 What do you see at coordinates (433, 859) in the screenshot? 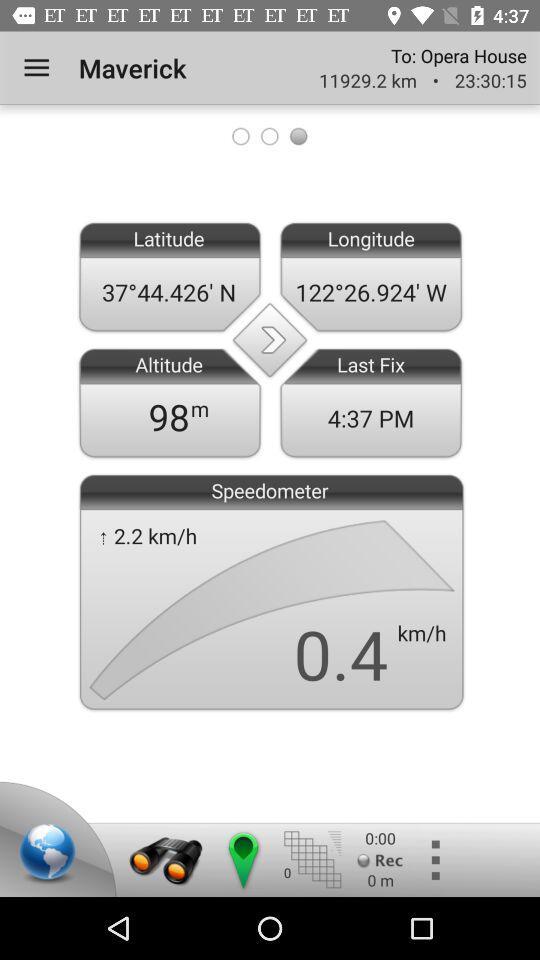
I see `display more options` at bounding box center [433, 859].